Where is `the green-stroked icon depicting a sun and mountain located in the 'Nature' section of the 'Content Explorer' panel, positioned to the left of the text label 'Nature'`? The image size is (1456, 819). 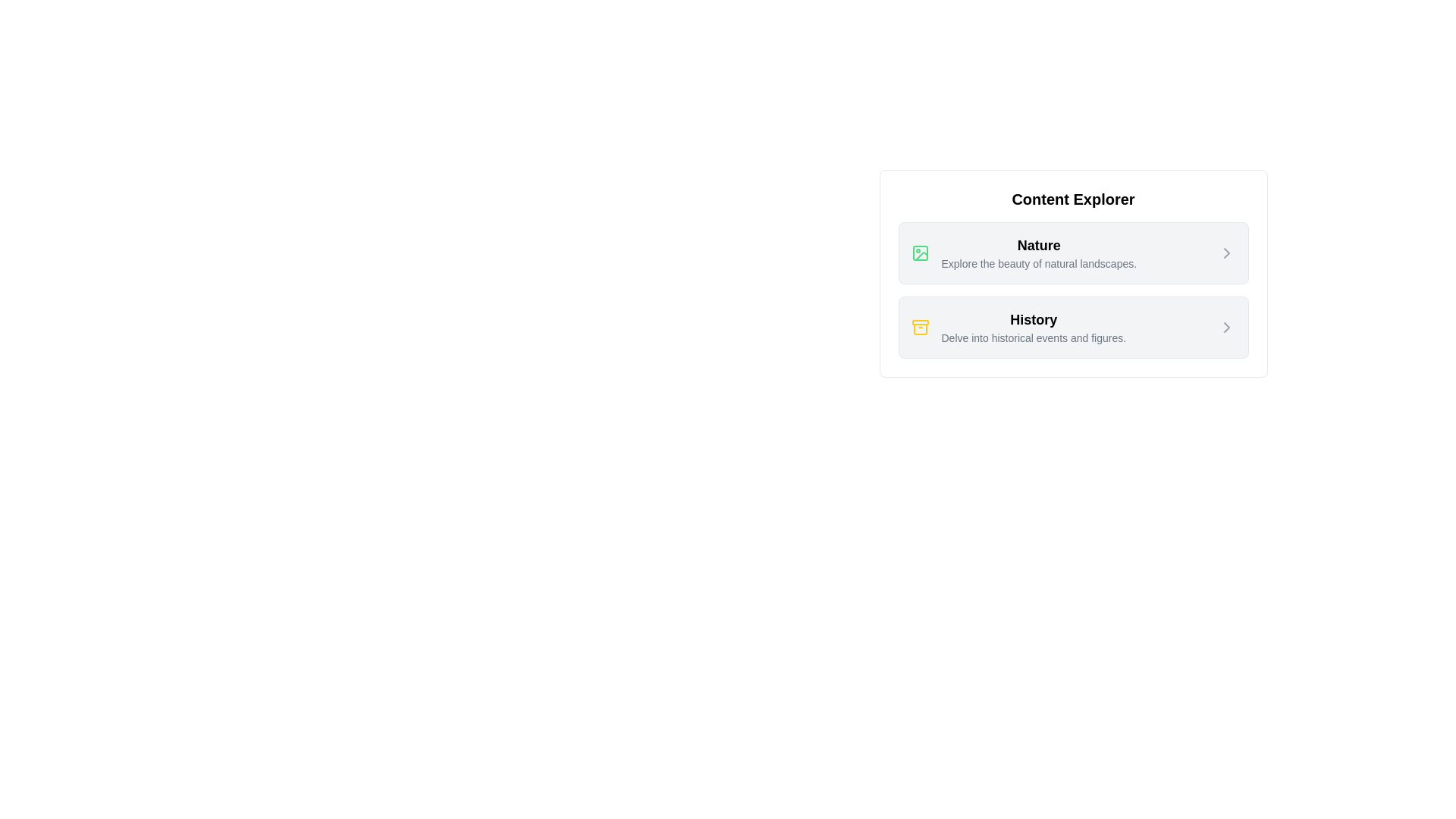 the green-stroked icon depicting a sun and mountain located in the 'Nature' section of the 'Content Explorer' panel, positioned to the left of the text label 'Nature' is located at coordinates (919, 253).